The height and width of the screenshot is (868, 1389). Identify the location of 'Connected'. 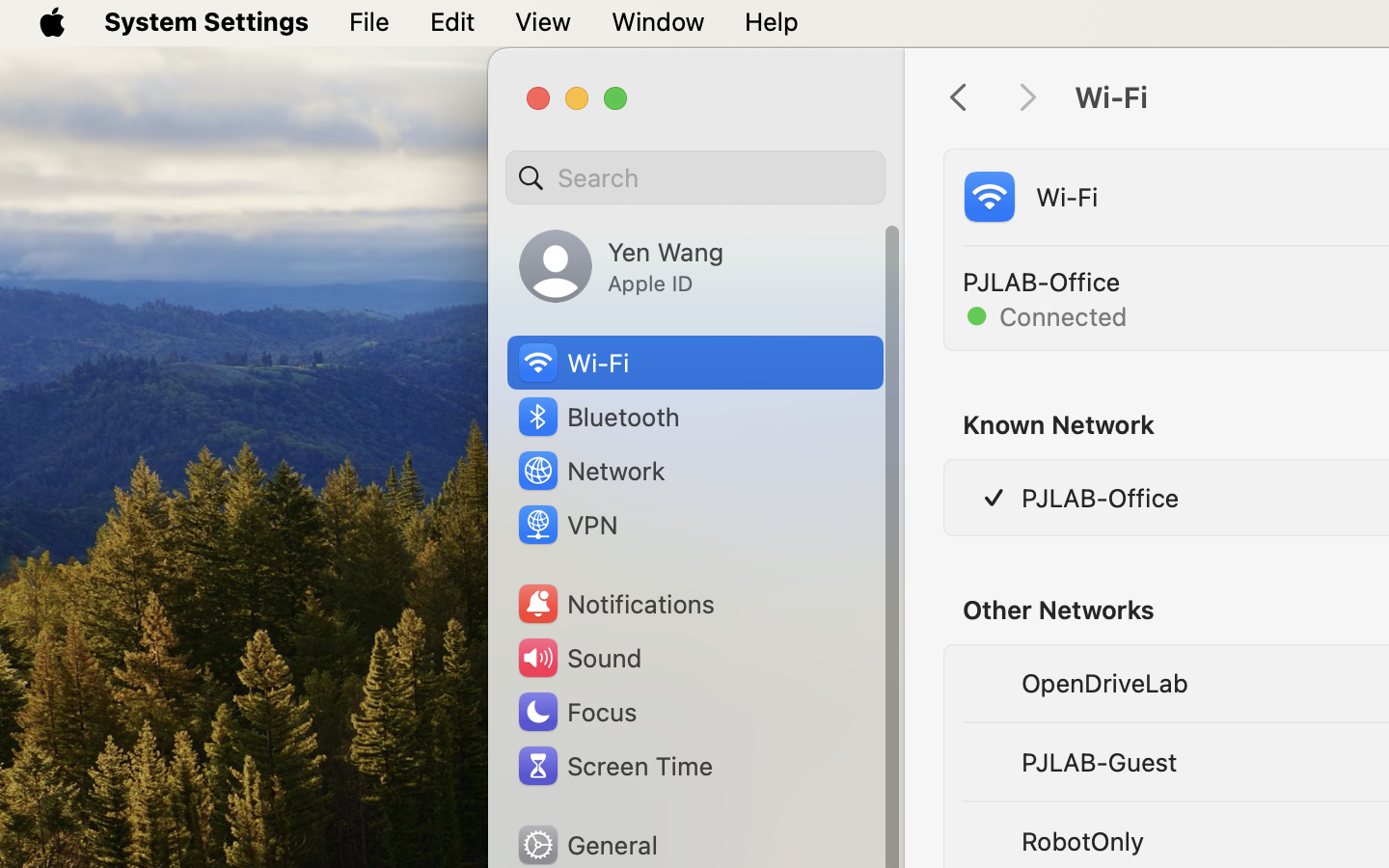
(1046, 314).